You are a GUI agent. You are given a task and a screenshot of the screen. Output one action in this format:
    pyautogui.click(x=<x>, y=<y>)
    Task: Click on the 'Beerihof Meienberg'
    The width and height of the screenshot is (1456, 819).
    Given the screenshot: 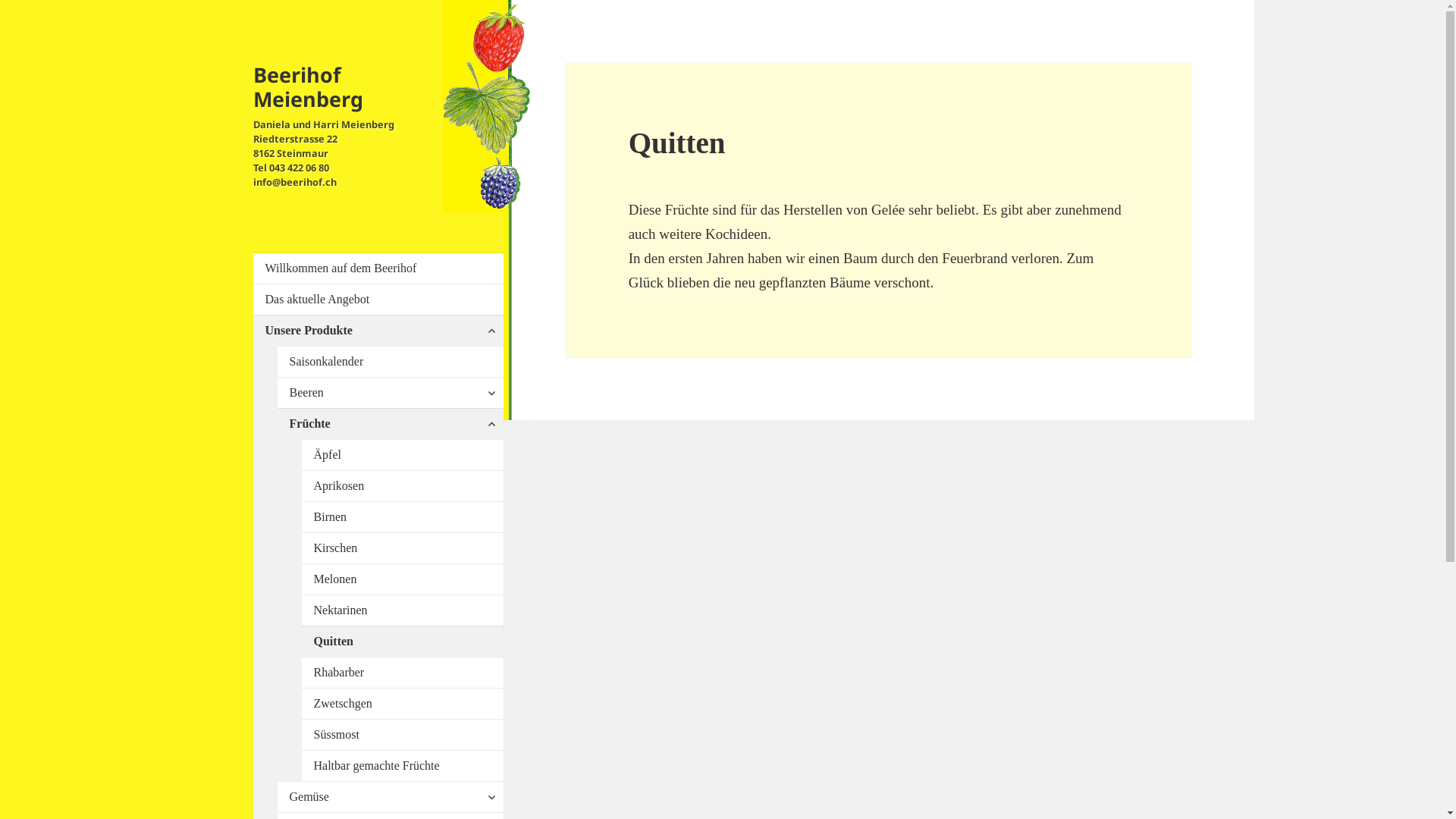 What is the action you would take?
    pyautogui.click(x=253, y=86)
    